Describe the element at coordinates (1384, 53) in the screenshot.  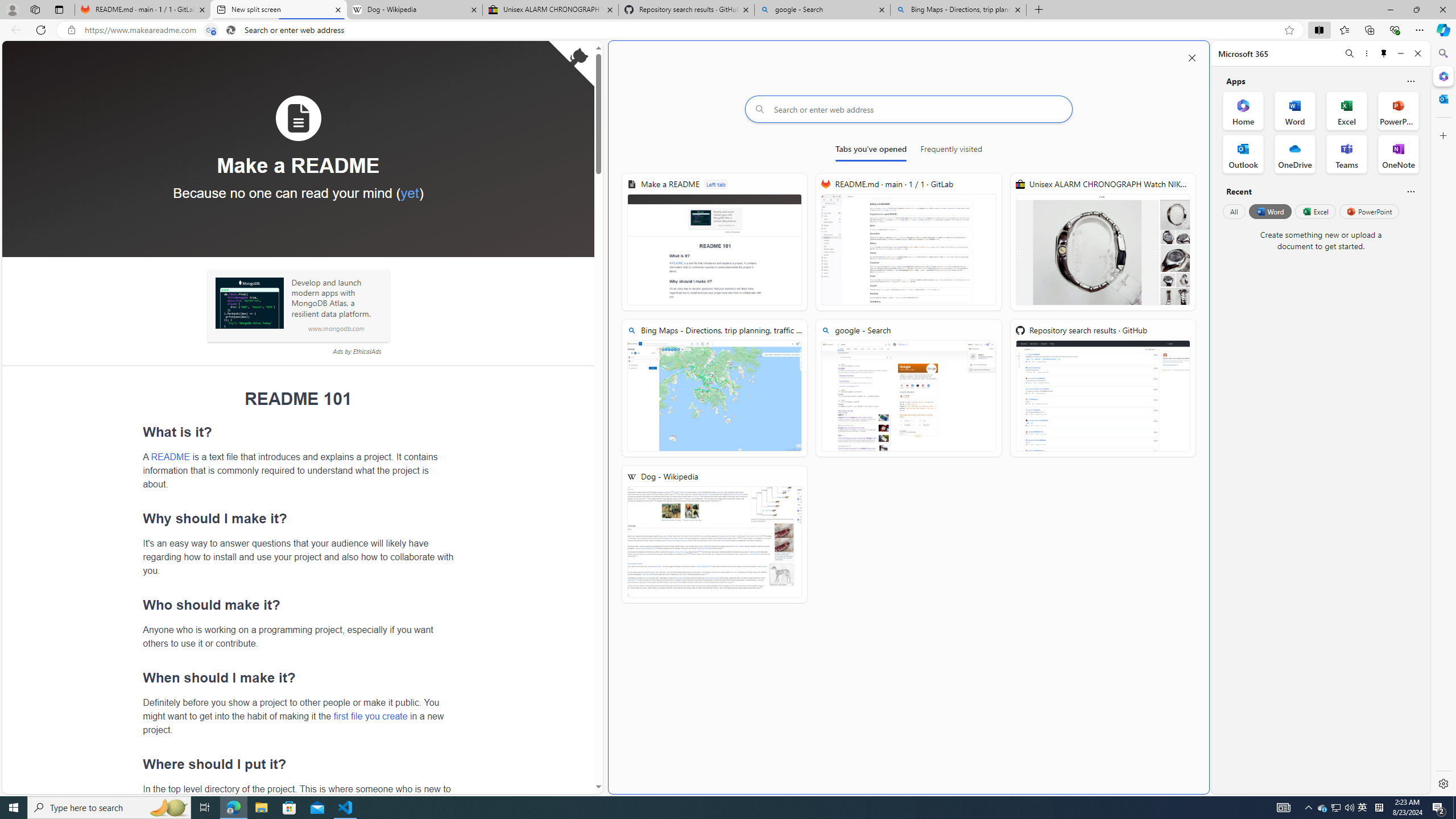
I see `'Unpin side pane'` at that location.